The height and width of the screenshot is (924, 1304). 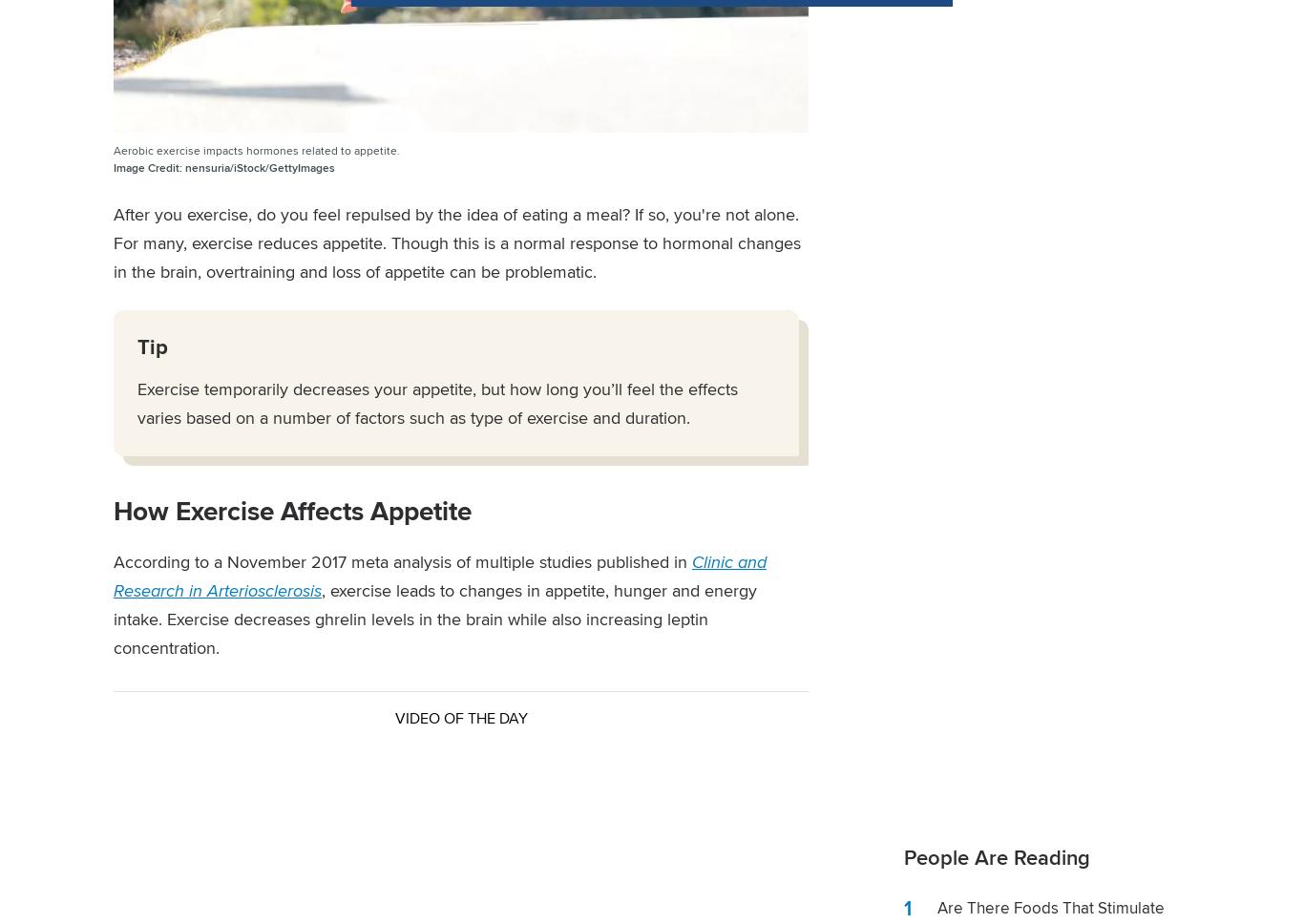 What do you see at coordinates (259, 167) in the screenshot?
I see `'nensuria/iStock/GettyImages'` at bounding box center [259, 167].